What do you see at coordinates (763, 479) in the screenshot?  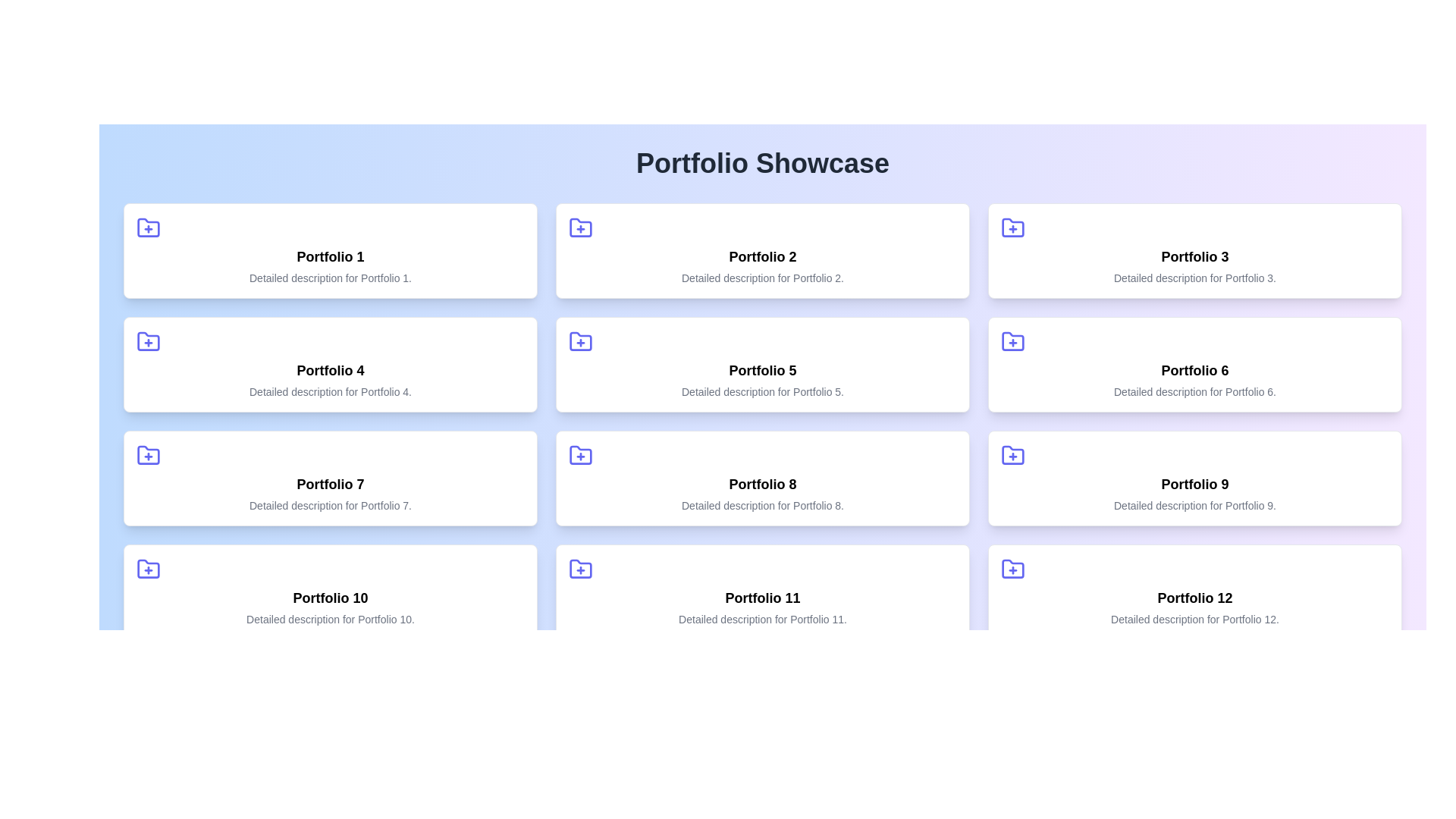 I see `the portfolio entry card located in the third row and second column of the grid, positioned between 'Portfolio 7' and 'Portfolio 9'` at bounding box center [763, 479].